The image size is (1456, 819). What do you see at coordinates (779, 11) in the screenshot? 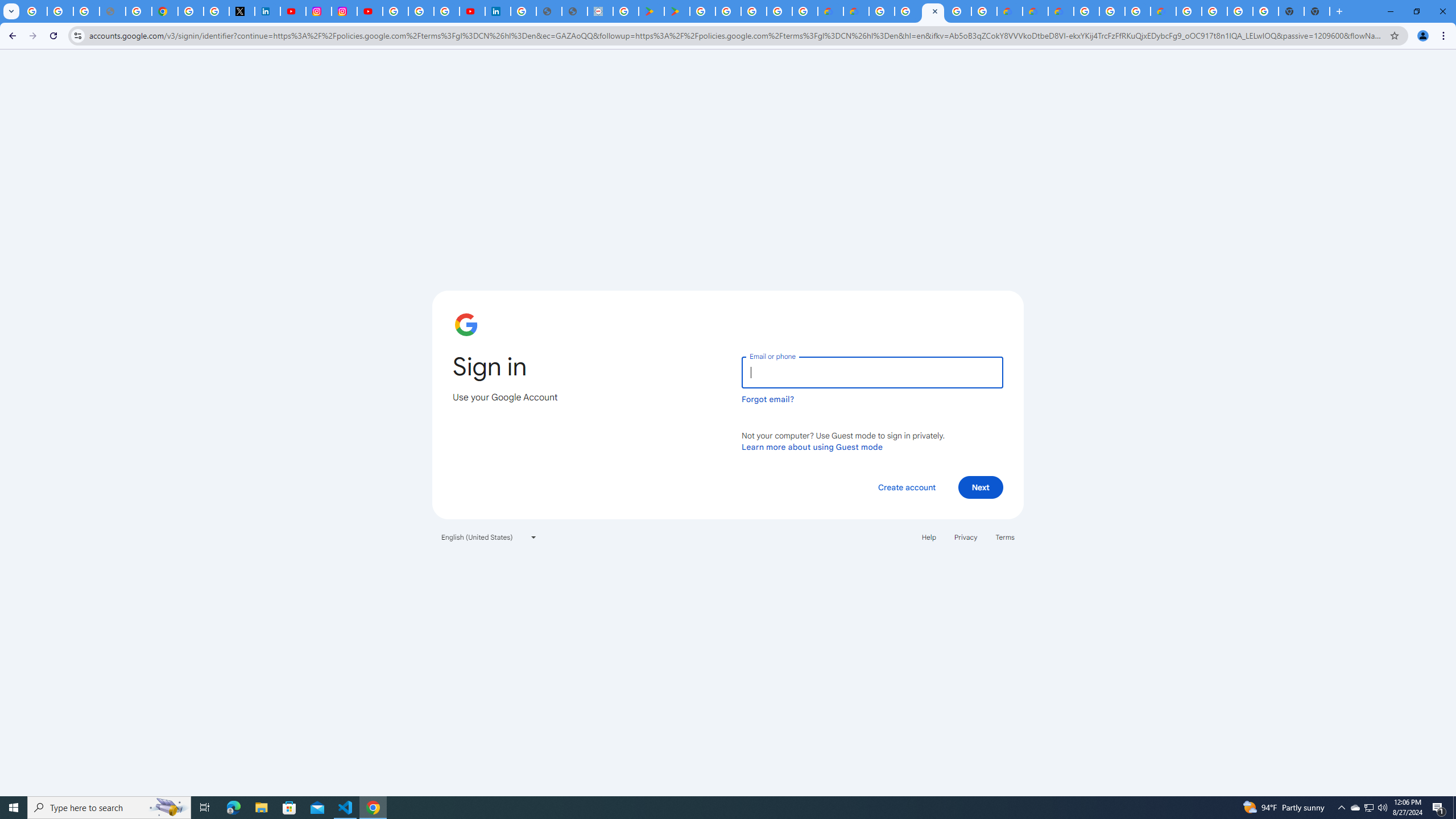
I see `'Google Workspace - Specific Terms'` at bounding box center [779, 11].